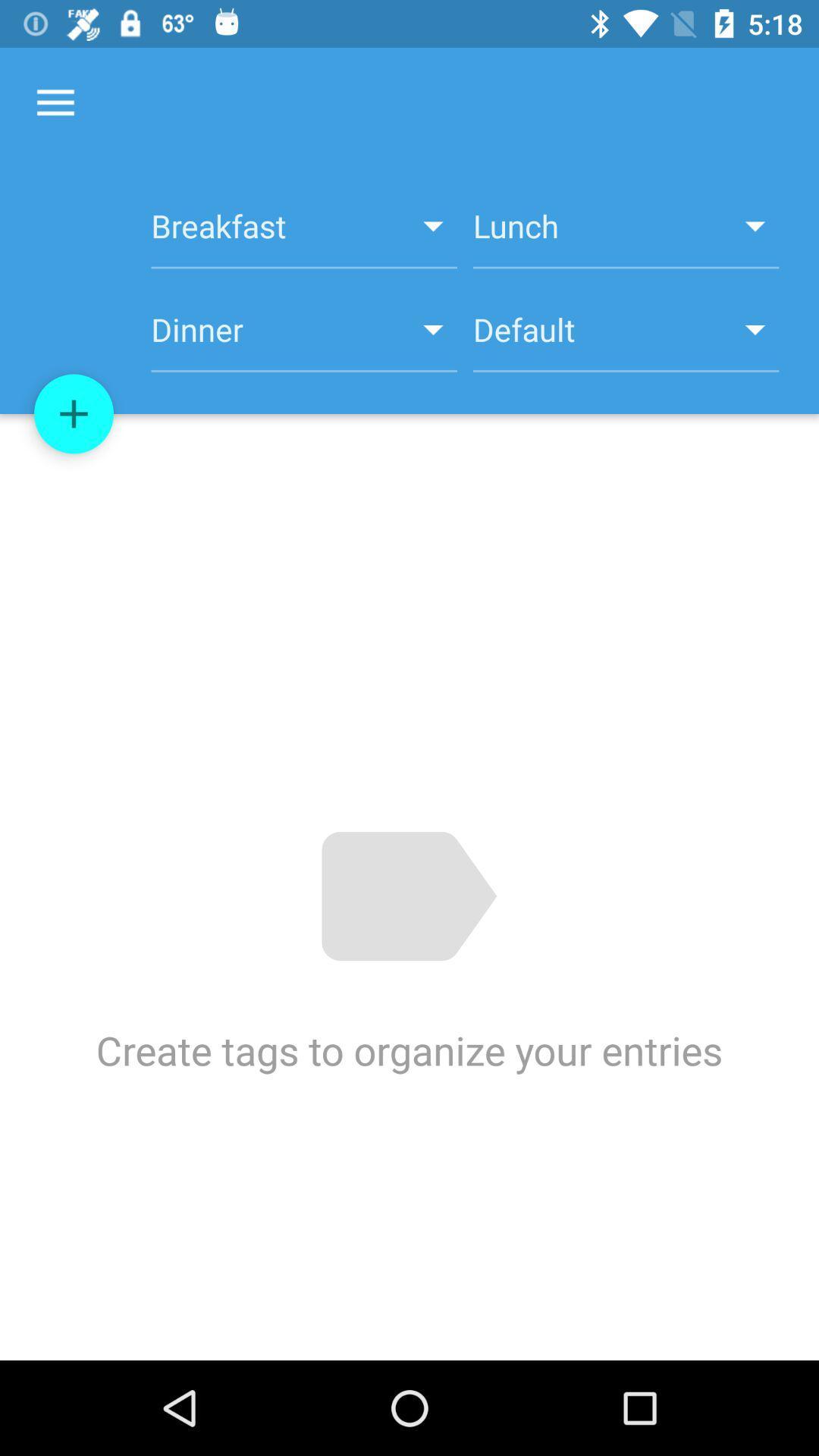 The image size is (819, 1456). Describe the element at coordinates (626, 234) in the screenshot. I see `lunch item` at that location.